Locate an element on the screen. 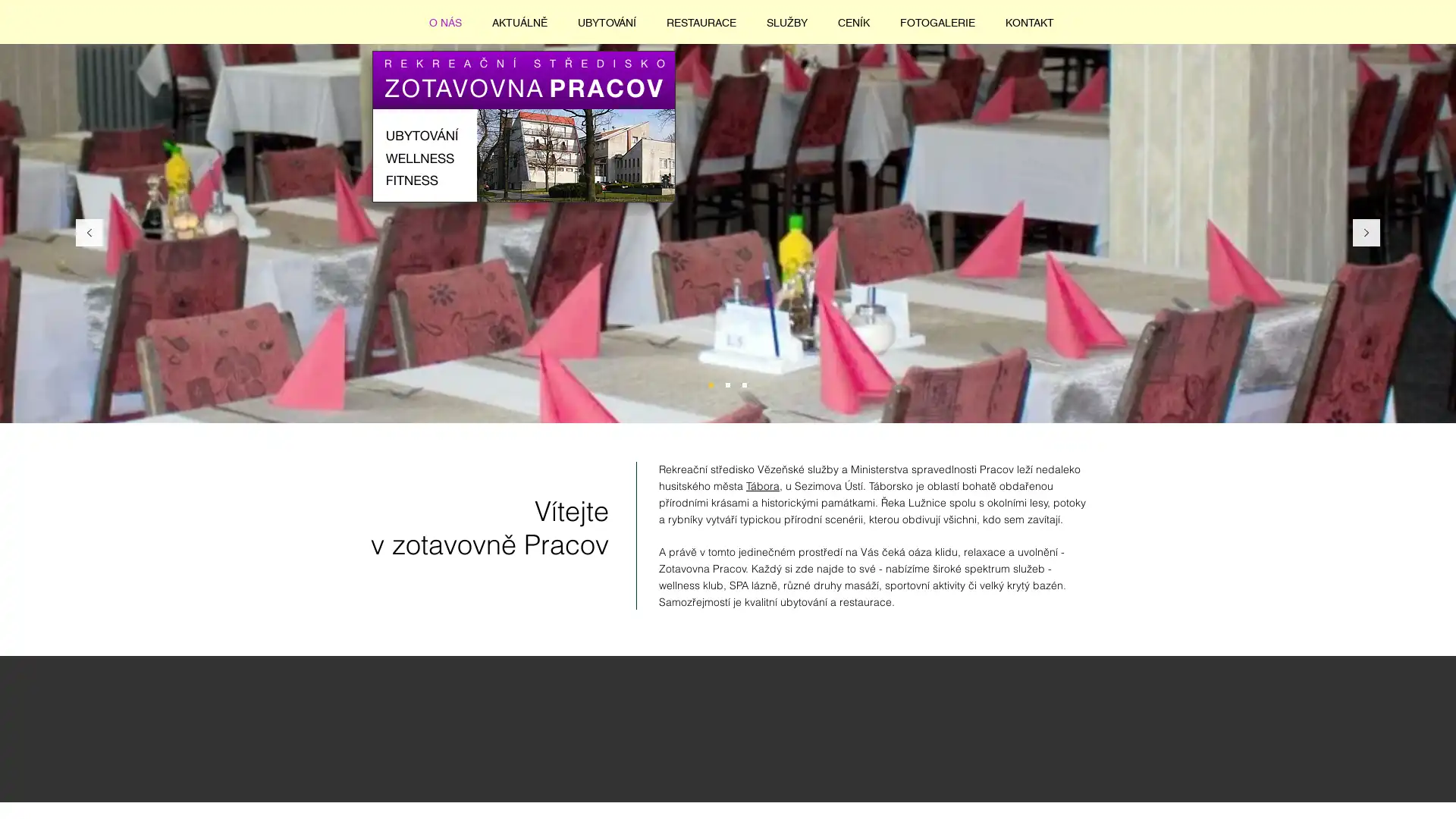 The image size is (1456, 819). Dalsi is located at coordinates (1366, 233).